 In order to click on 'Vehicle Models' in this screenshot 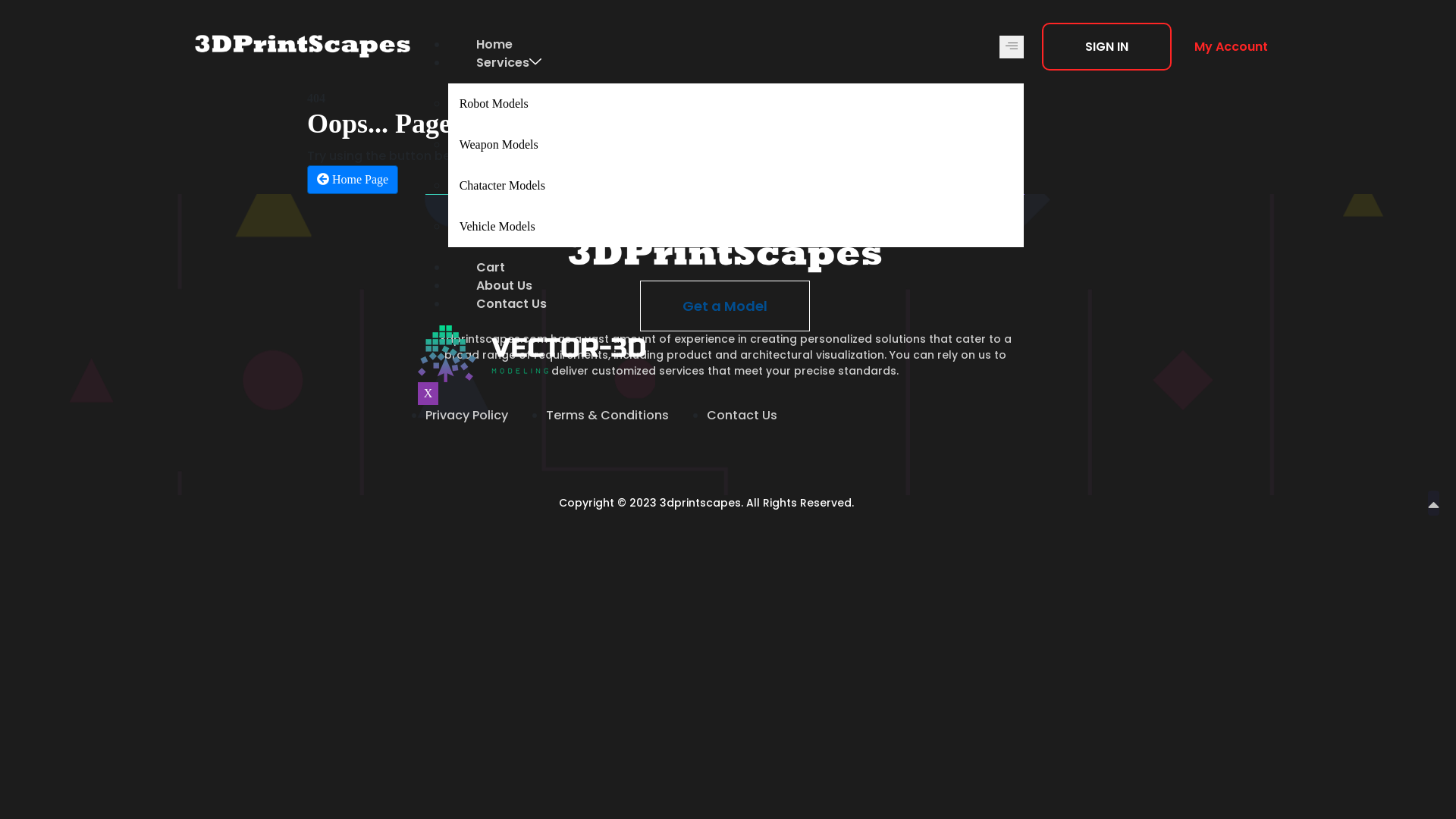, I will do `click(447, 227)`.